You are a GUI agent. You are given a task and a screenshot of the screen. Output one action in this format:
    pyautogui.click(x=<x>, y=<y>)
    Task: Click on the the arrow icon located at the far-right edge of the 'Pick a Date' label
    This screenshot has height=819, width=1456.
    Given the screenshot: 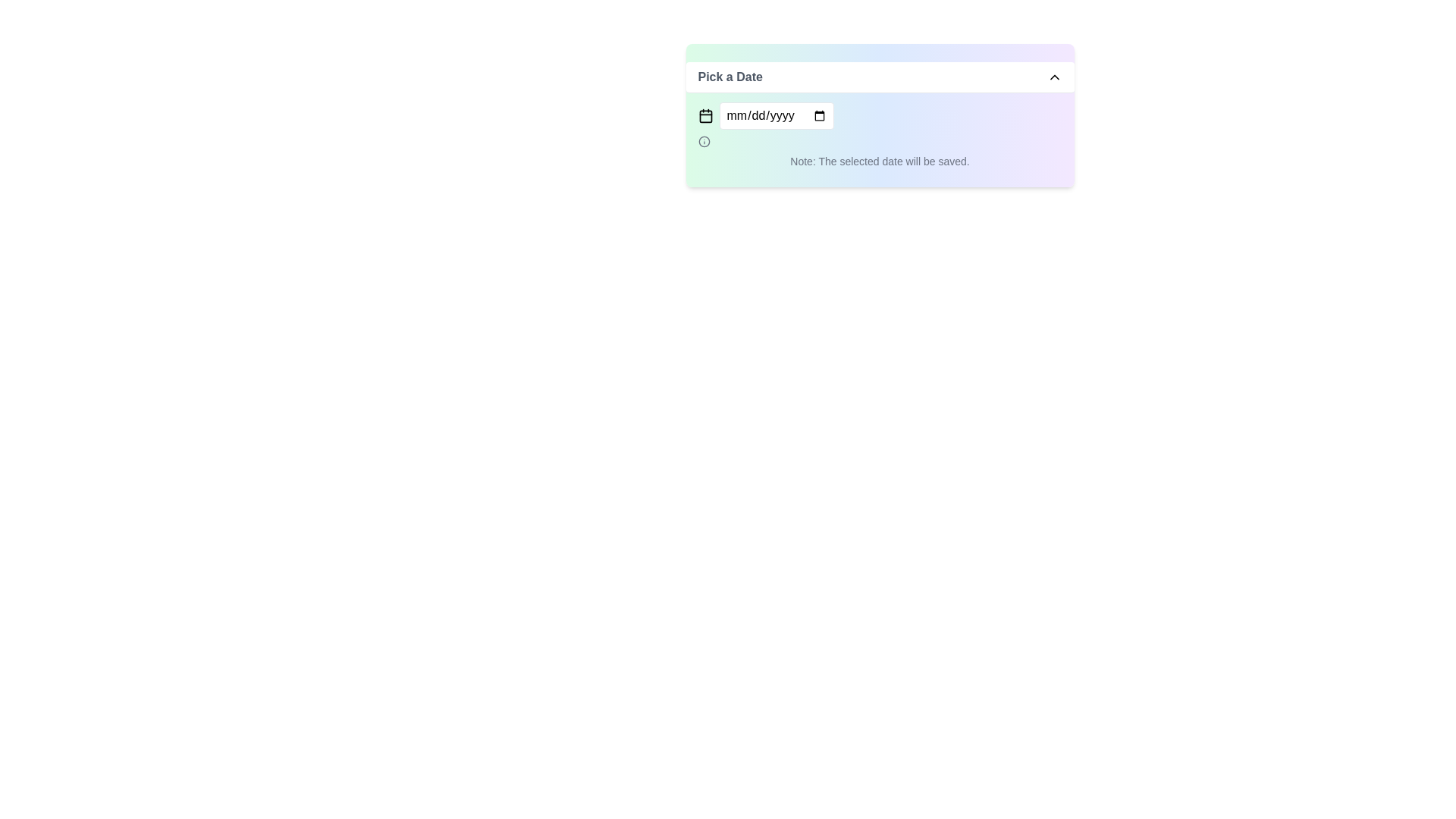 What is the action you would take?
    pyautogui.click(x=1053, y=77)
    